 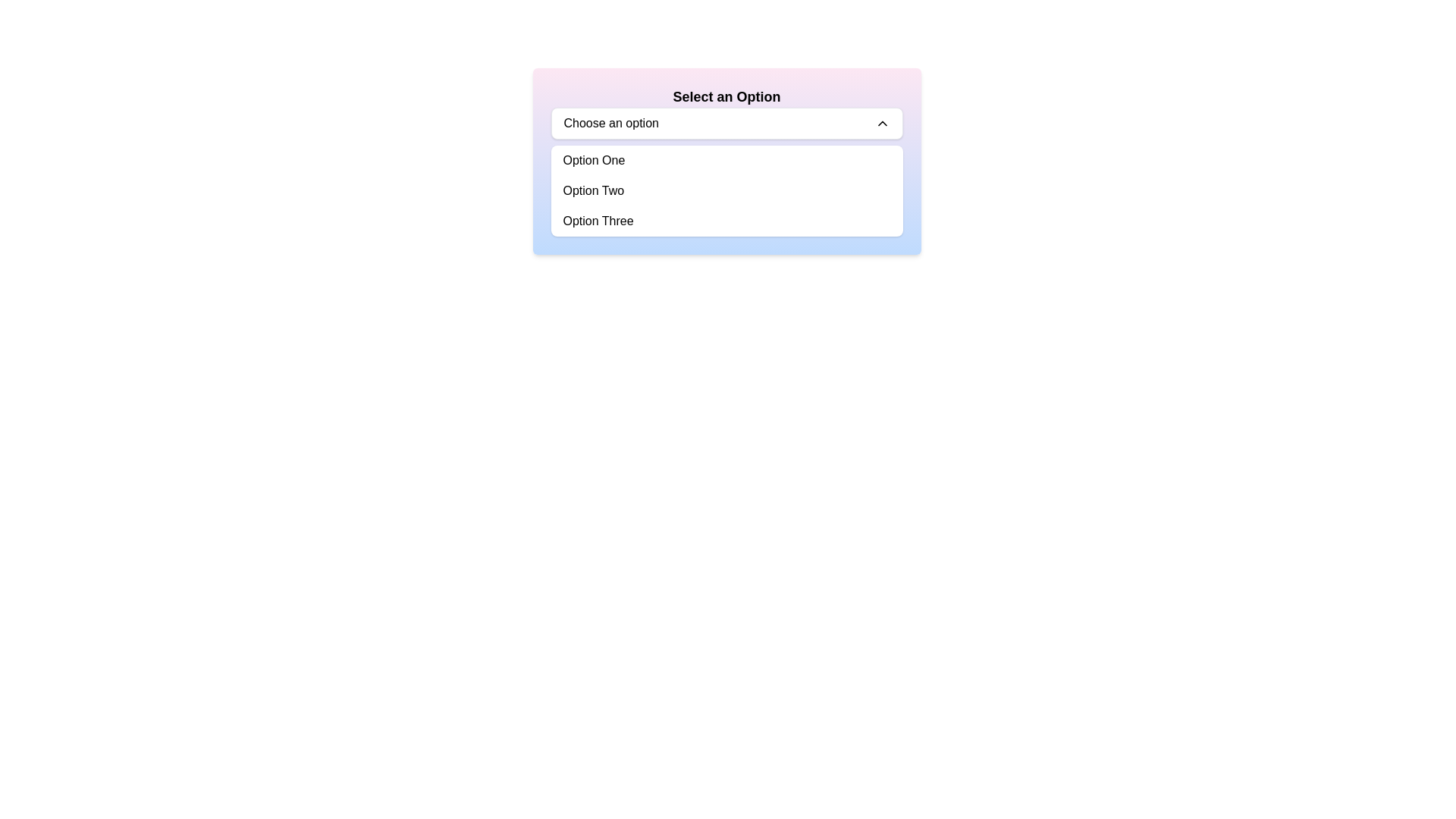 What do you see at coordinates (726, 161) in the screenshot?
I see `the first option 'Option One' in the dropdown menu titled 'Select an Option'` at bounding box center [726, 161].